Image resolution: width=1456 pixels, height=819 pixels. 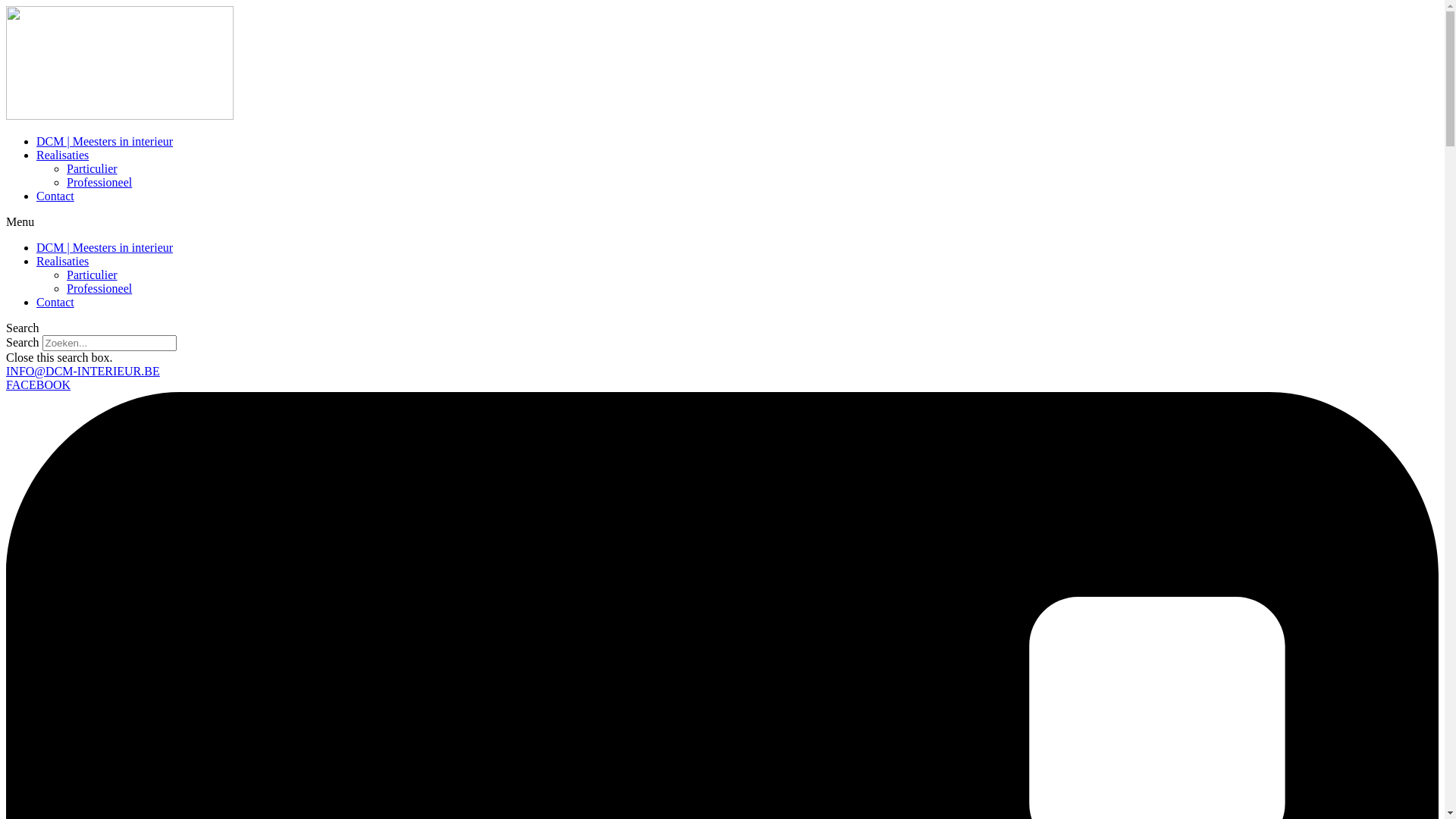 What do you see at coordinates (91, 275) in the screenshot?
I see `'Particulier'` at bounding box center [91, 275].